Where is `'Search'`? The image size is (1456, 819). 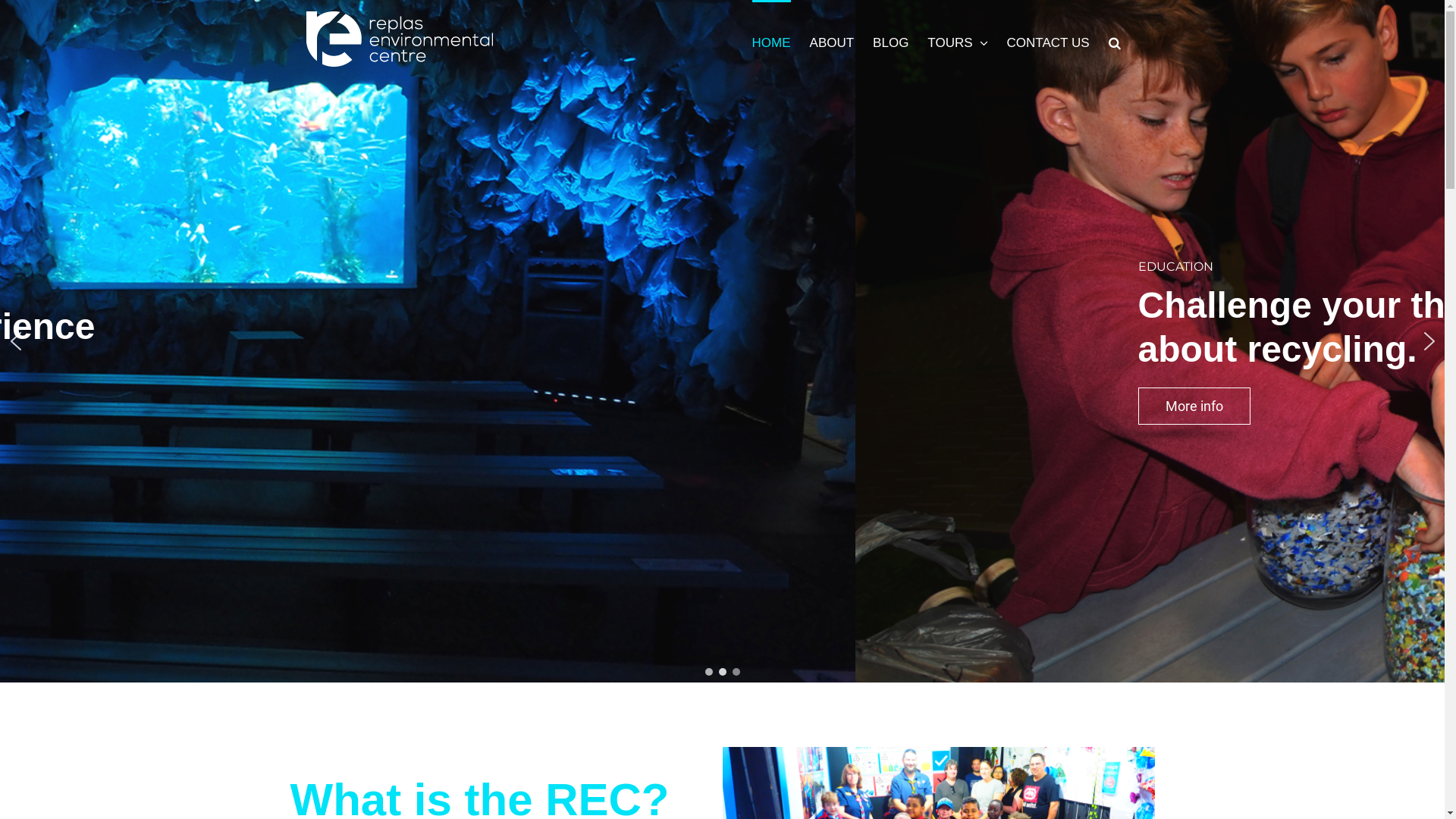
'Search' is located at coordinates (1114, 40).